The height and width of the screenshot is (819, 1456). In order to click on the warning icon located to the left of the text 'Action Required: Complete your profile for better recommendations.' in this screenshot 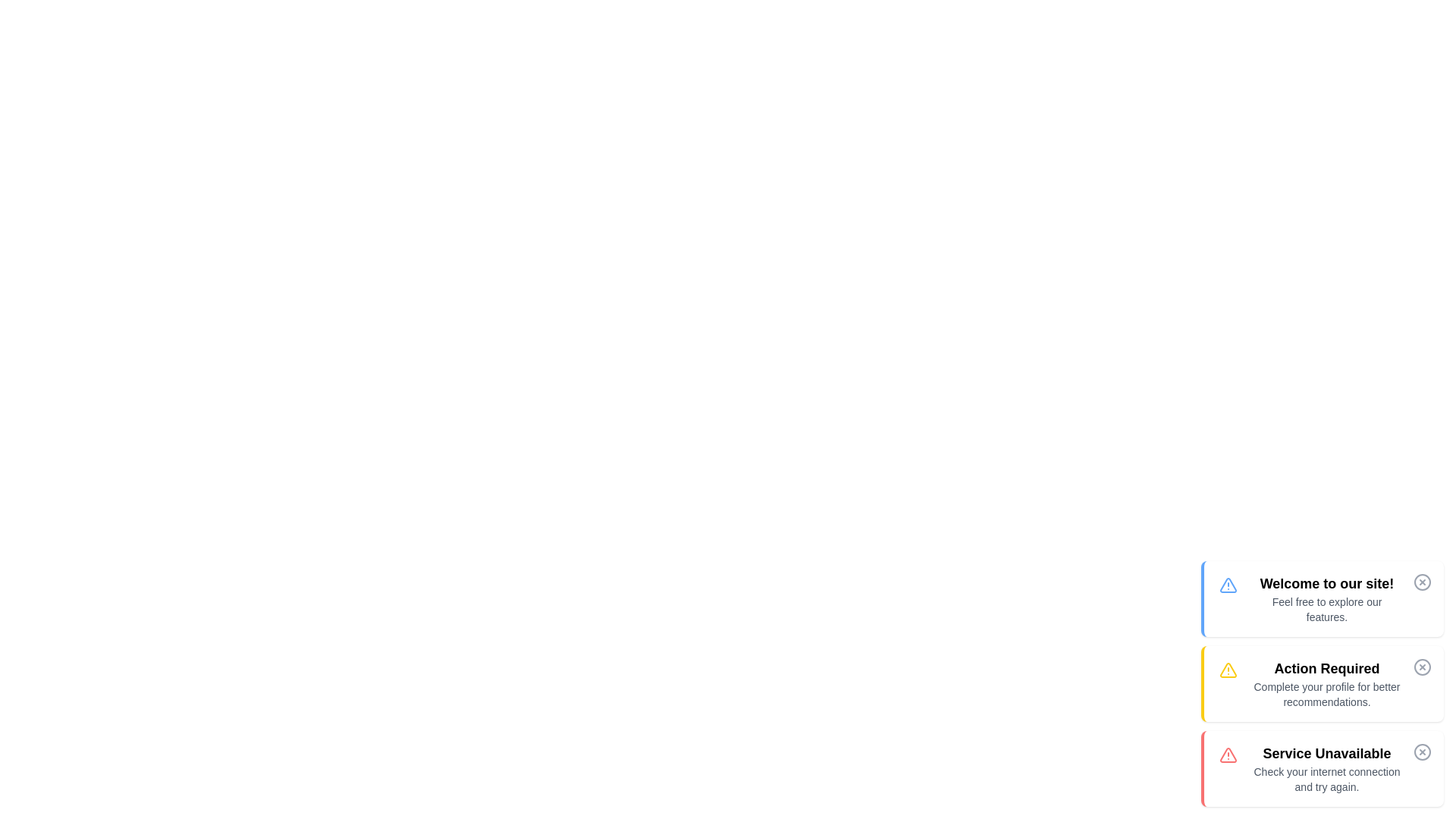, I will do `click(1228, 669)`.